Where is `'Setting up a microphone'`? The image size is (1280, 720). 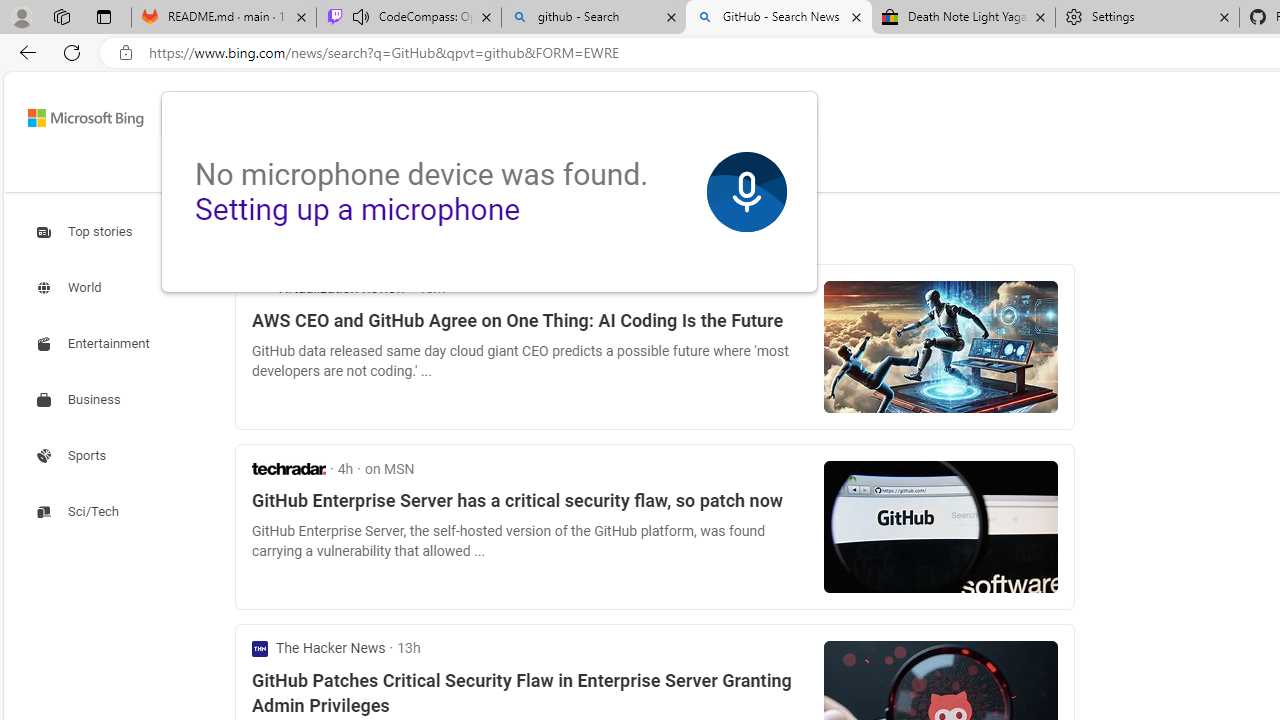 'Setting up a microphone' is located at coordinates (357, 209).